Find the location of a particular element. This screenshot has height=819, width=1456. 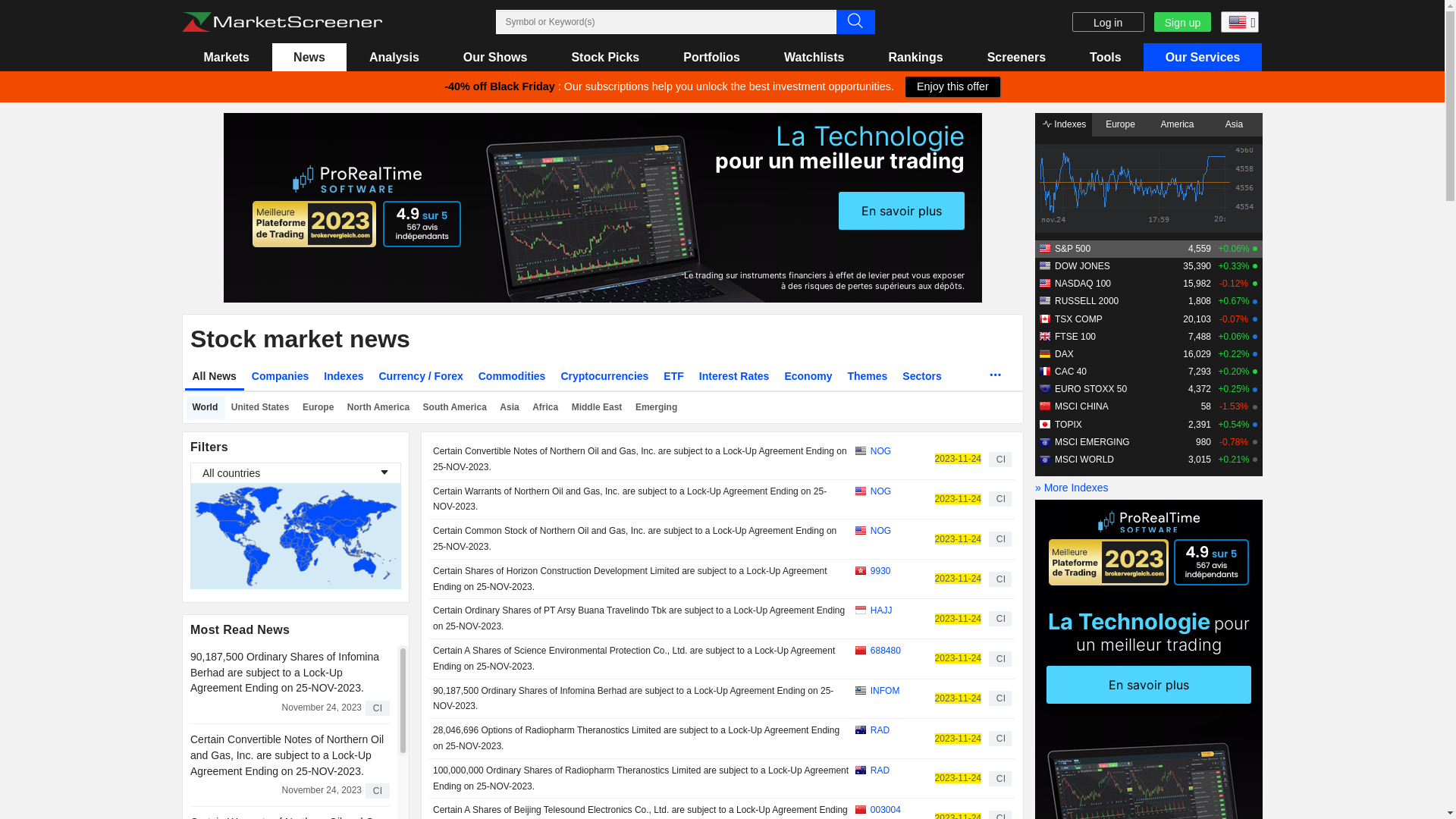

'Stock Picks' is located at coordinates (604, 56).